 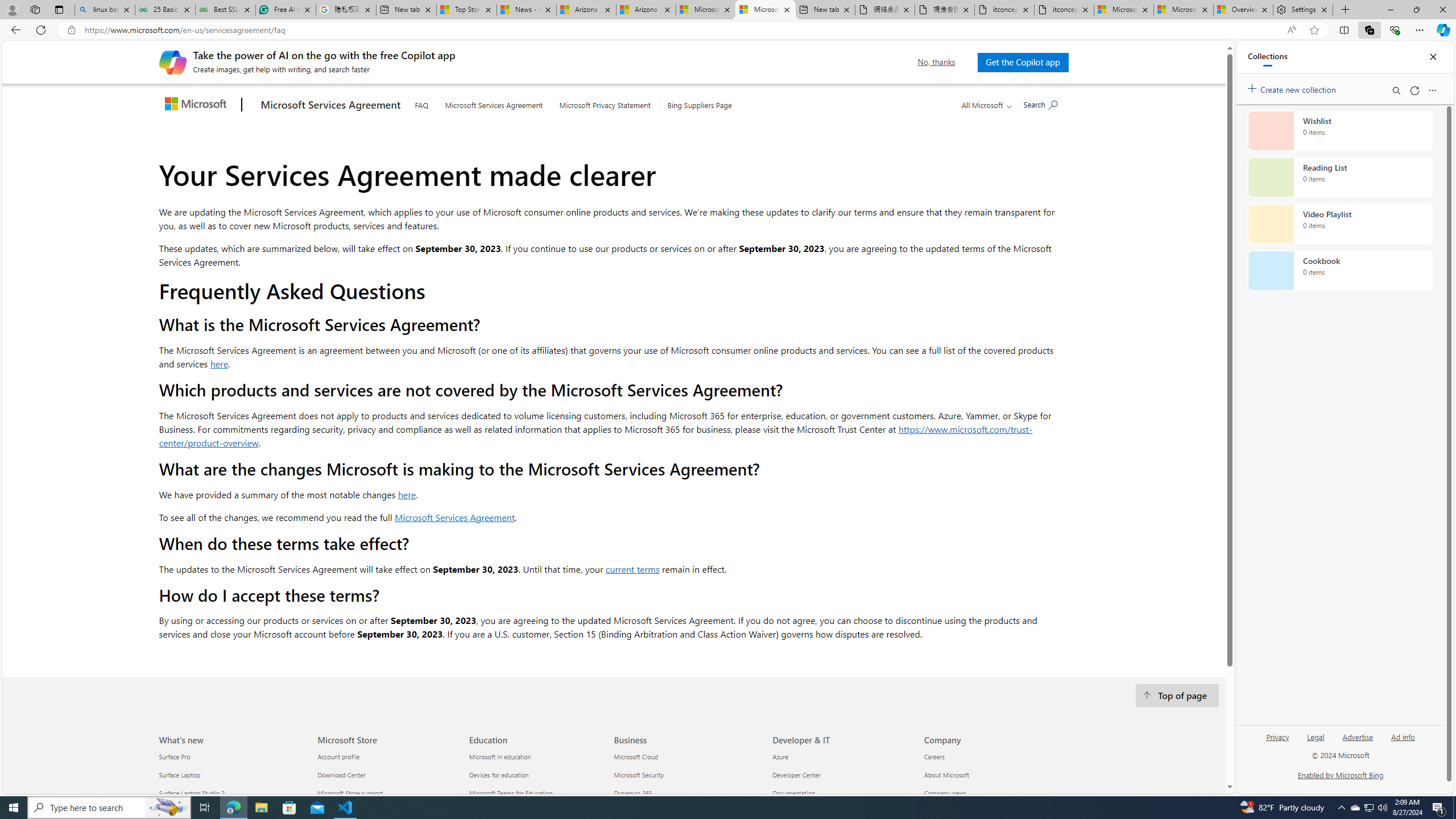 I want to click on 'FAQ', so click(x=421, y=103).